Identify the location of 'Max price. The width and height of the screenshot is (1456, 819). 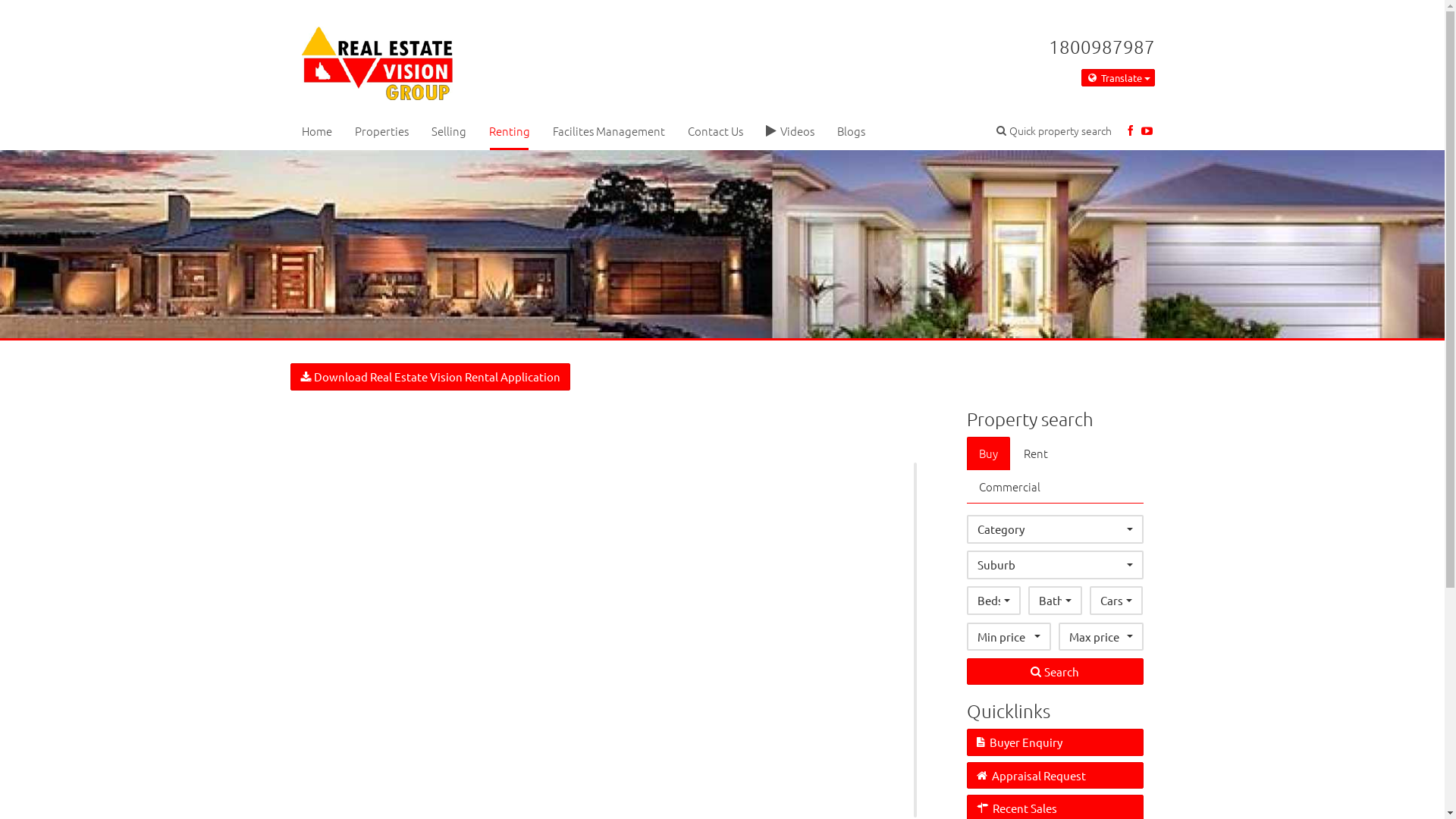
(1100, 636).